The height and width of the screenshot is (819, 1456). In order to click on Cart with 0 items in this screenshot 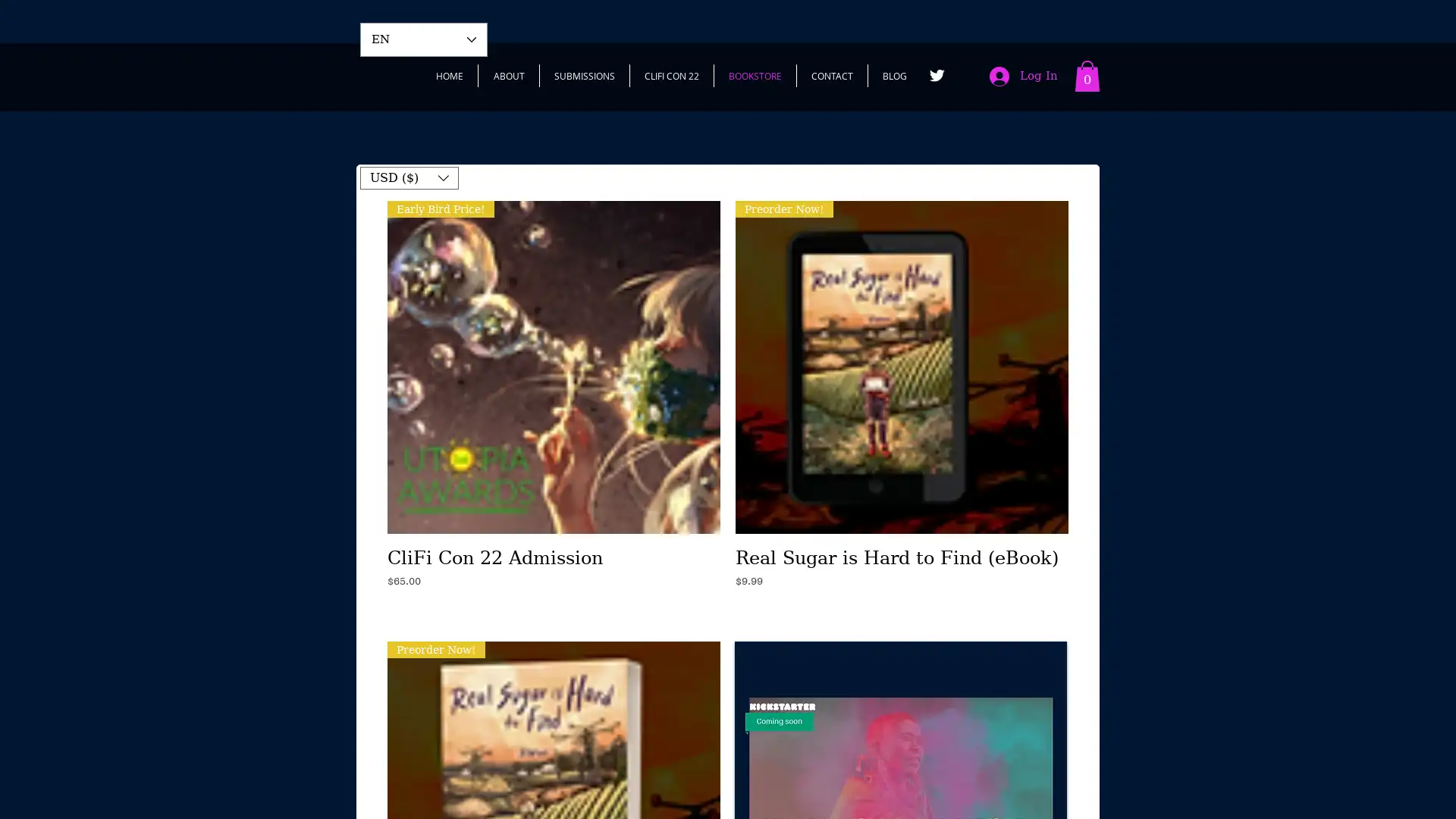, I will do `click(1087, 76)`.